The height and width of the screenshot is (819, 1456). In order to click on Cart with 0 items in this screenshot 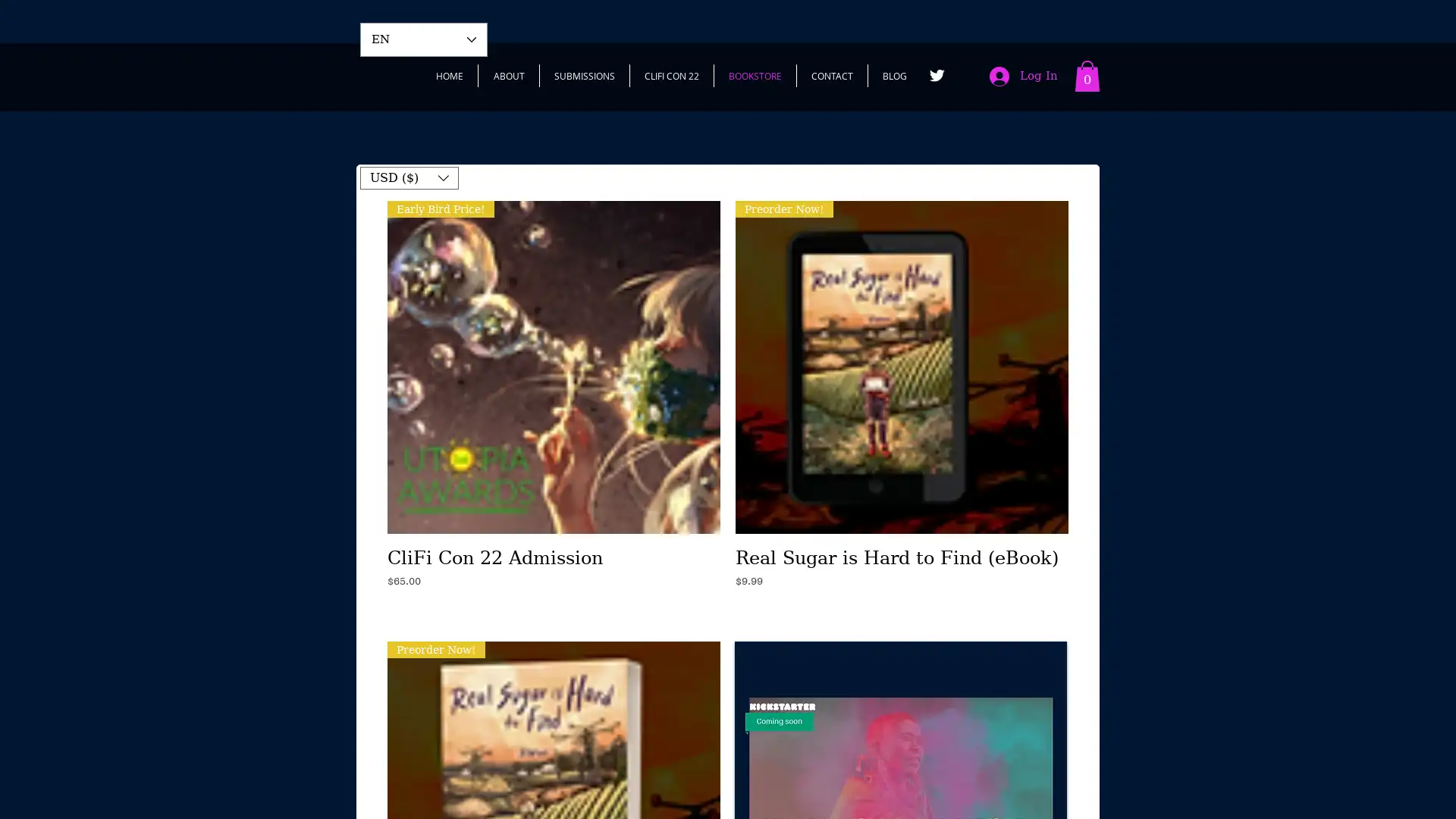, I will do `click(1087, 76)`.